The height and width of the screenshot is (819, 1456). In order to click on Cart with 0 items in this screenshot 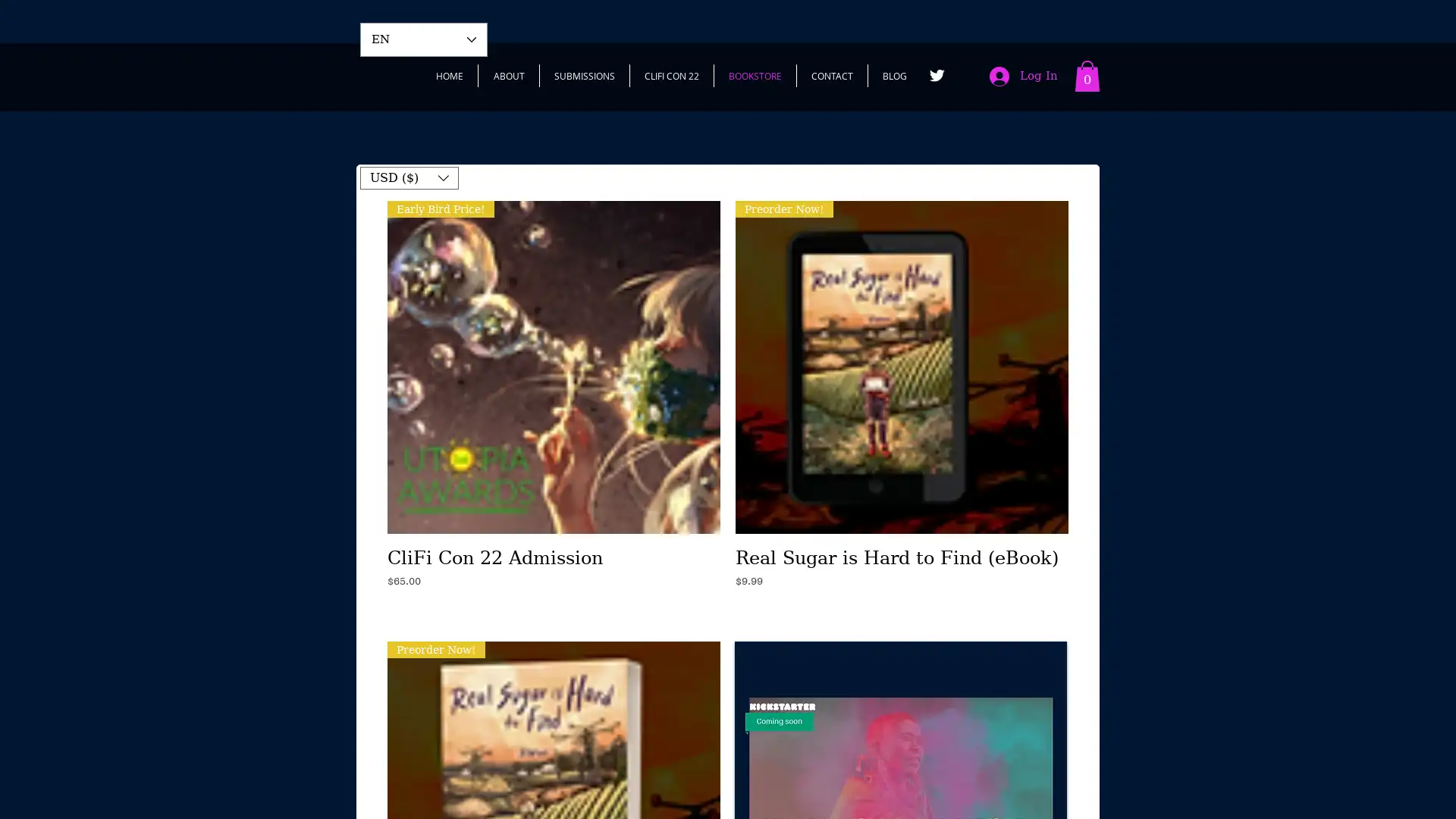, I will do `click(1087, 76)`.